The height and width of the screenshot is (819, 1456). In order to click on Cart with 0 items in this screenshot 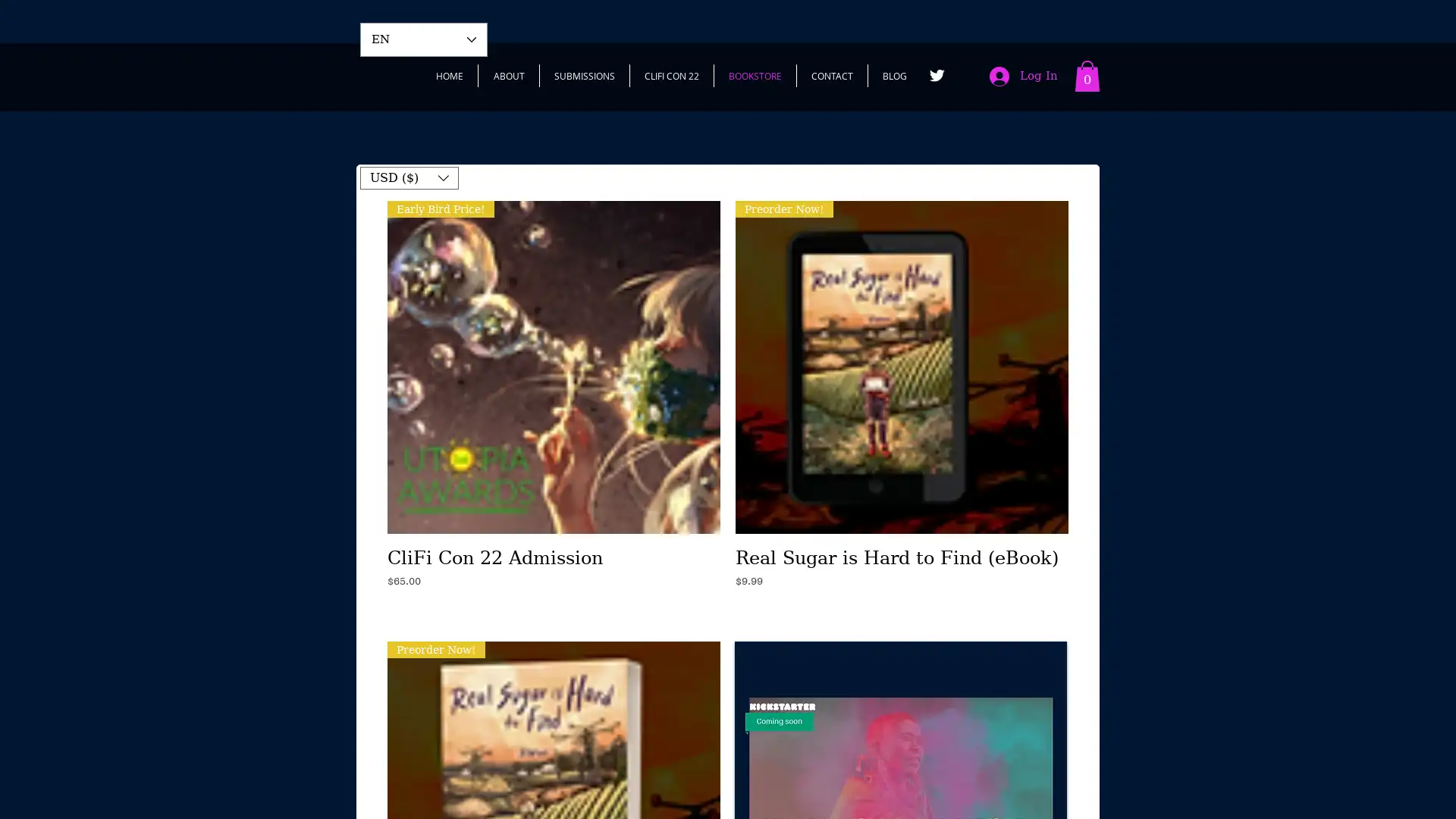, I will do `click(1087, 76)`.